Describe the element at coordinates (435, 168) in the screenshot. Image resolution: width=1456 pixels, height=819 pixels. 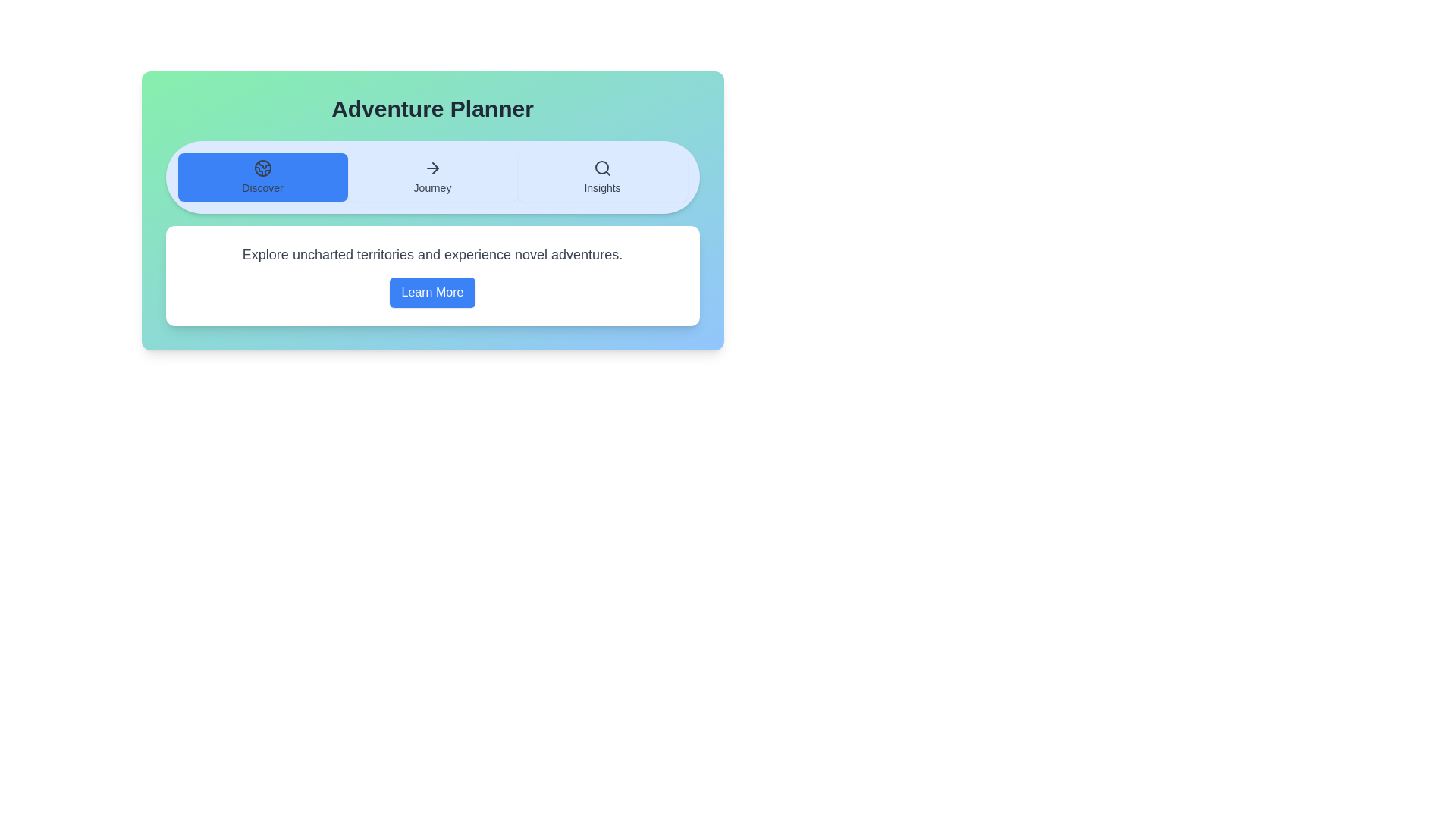
I see `the right arrow icon` at that location.